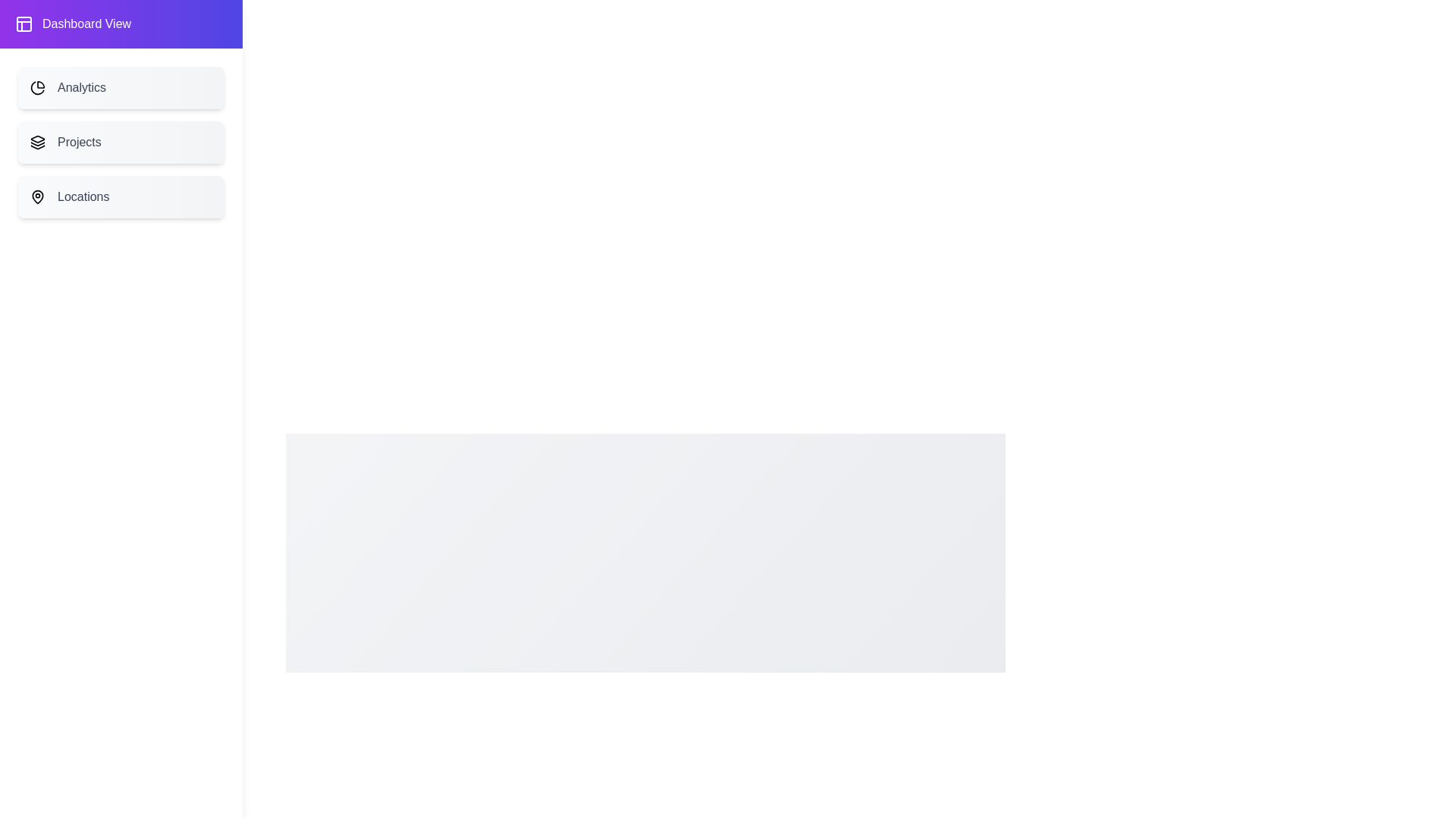  What do you see at coordinates (120, 143) in the screenshot?
I see `the menu item Projects to observe visual feedback` at bounding box center [120, 143].